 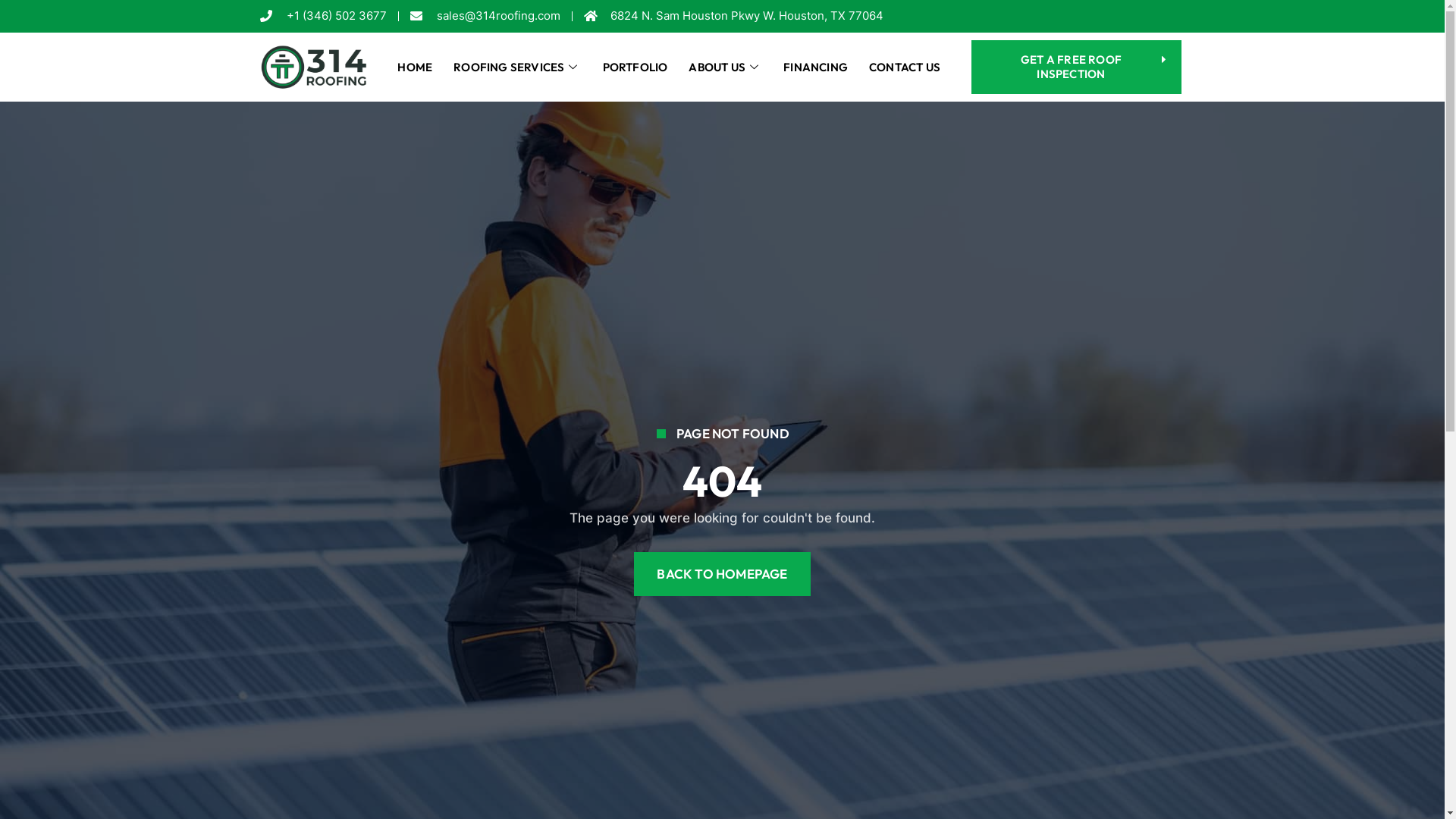 I want to click on 'GET A FREE ROOF INSPECTION', so click(x=971, y=65).